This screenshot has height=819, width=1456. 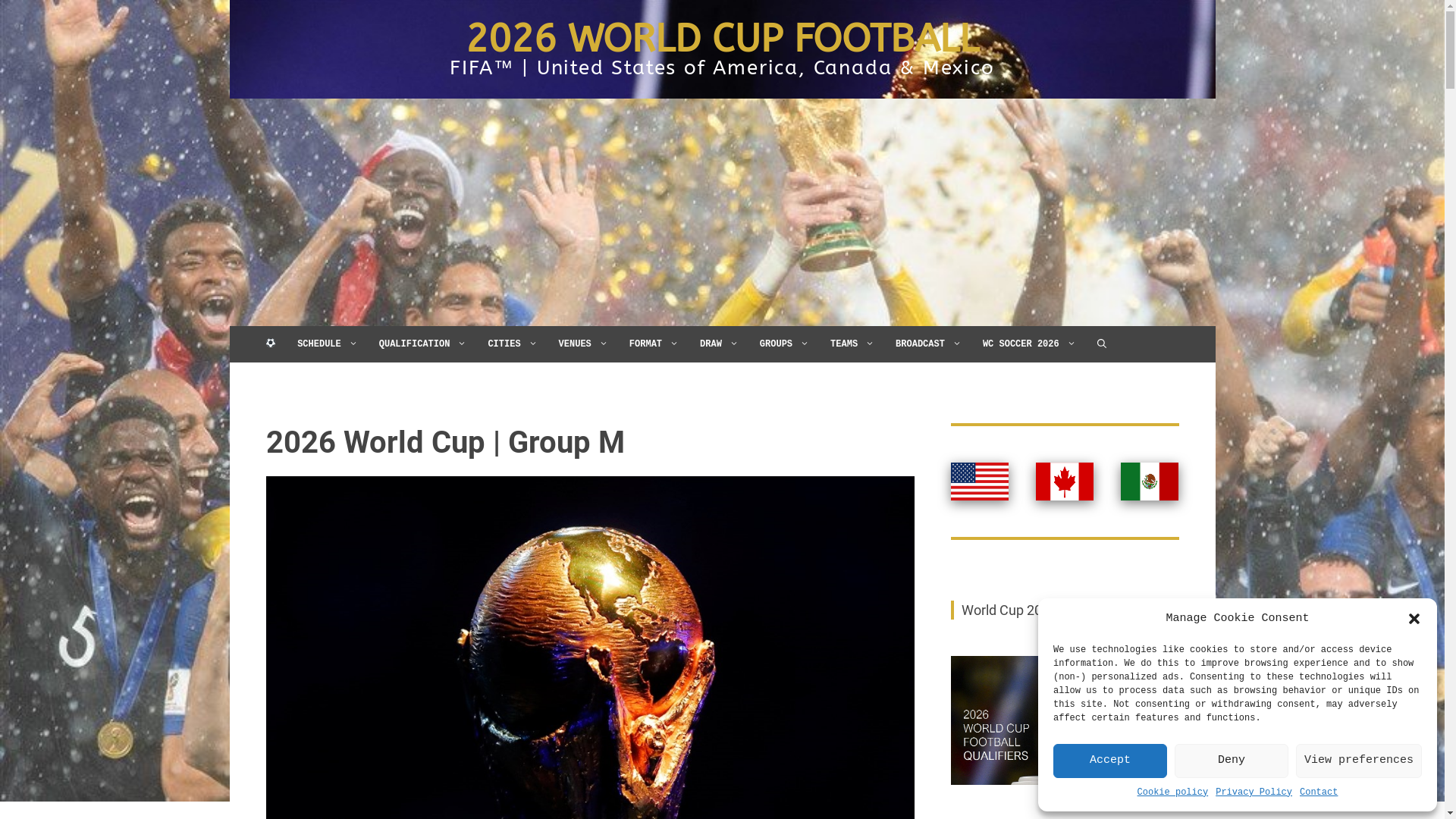 I want to click on 'TEAMS', so click(x=818, y=344).